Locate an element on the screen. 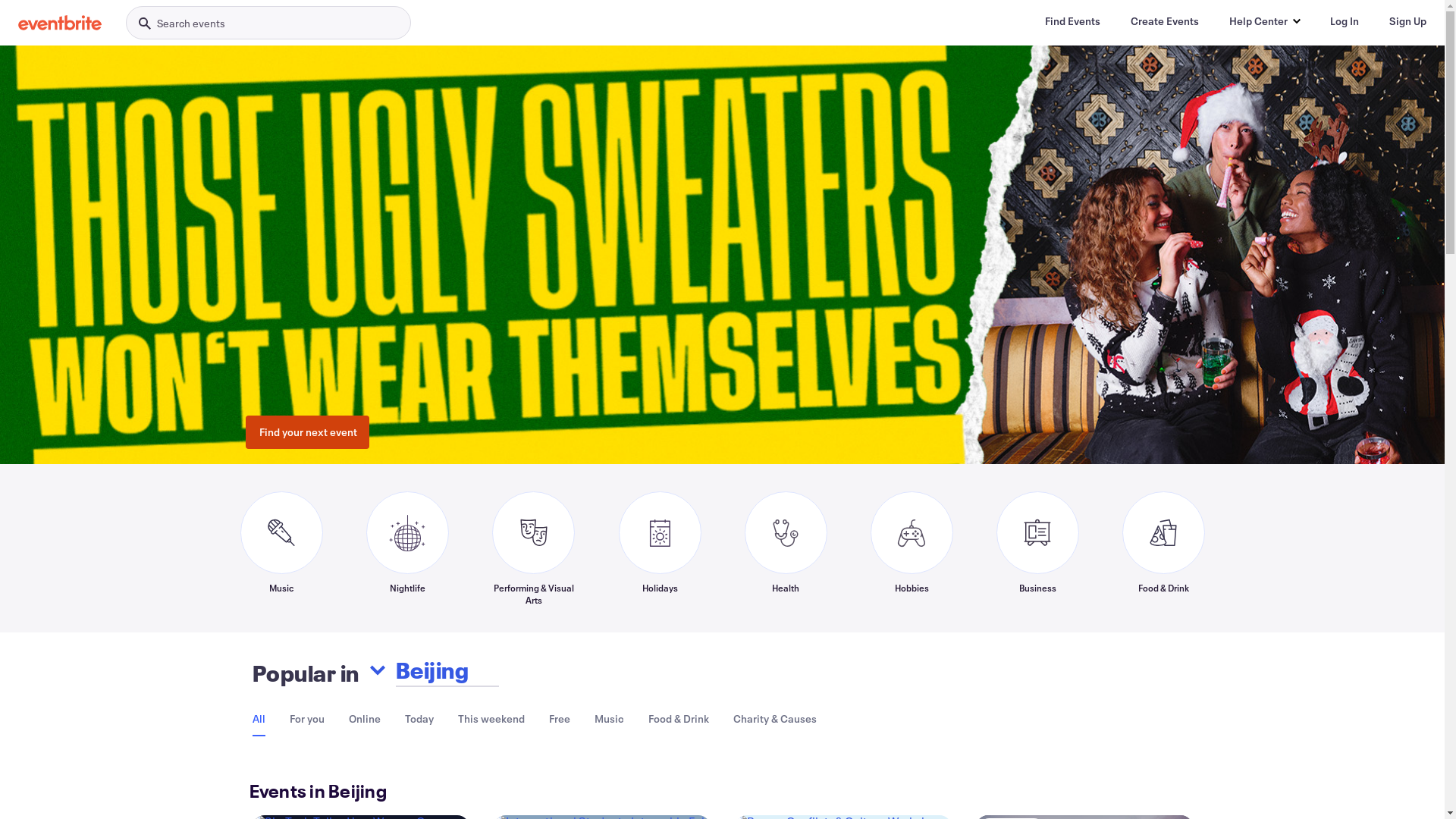 Image resolution: width=1456 pixels, height=819 pixels. 'Sign Up' is located at coordinates (1407, 20).